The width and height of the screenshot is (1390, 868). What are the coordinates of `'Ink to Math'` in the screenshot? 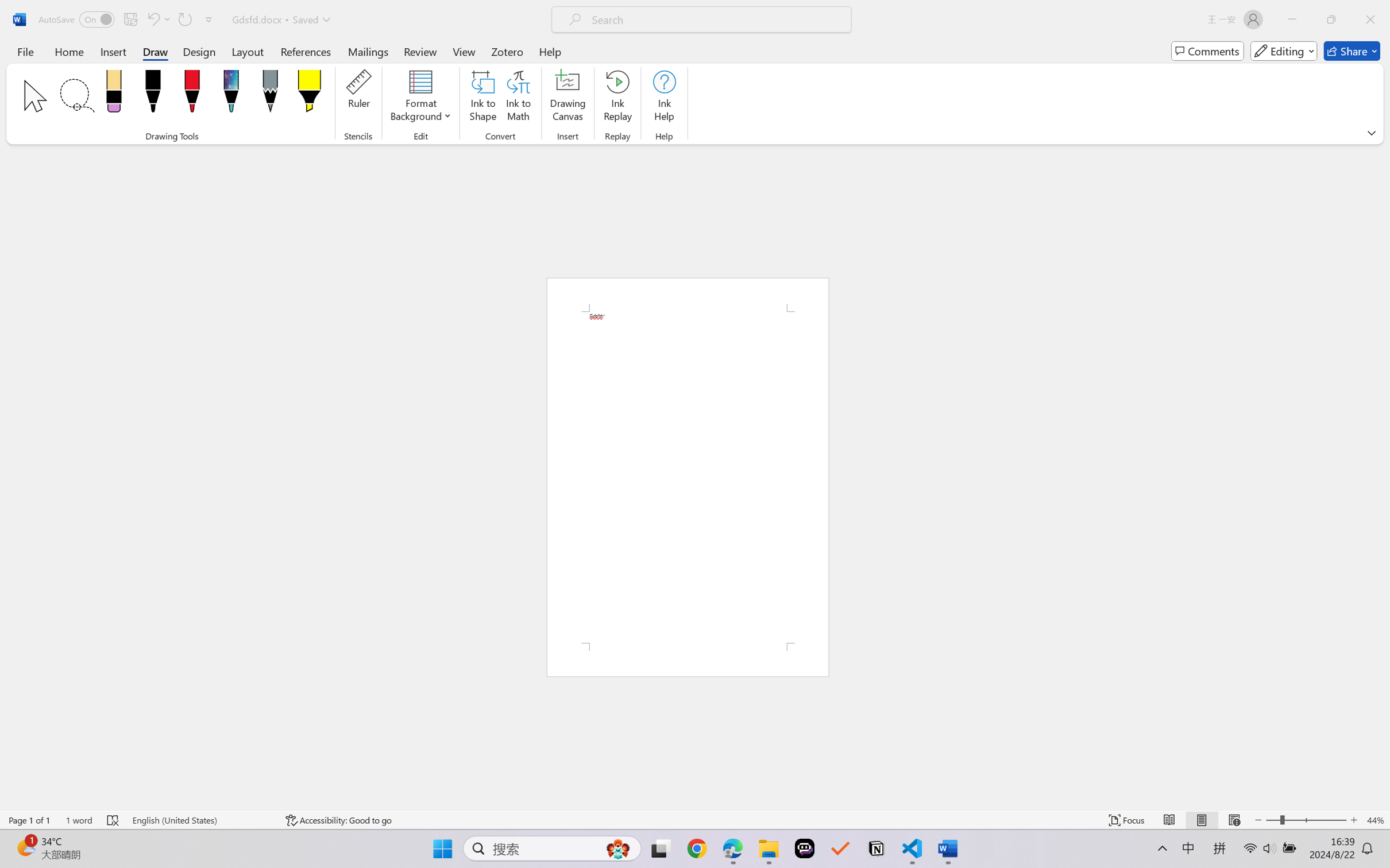 It's located at (518, 98).